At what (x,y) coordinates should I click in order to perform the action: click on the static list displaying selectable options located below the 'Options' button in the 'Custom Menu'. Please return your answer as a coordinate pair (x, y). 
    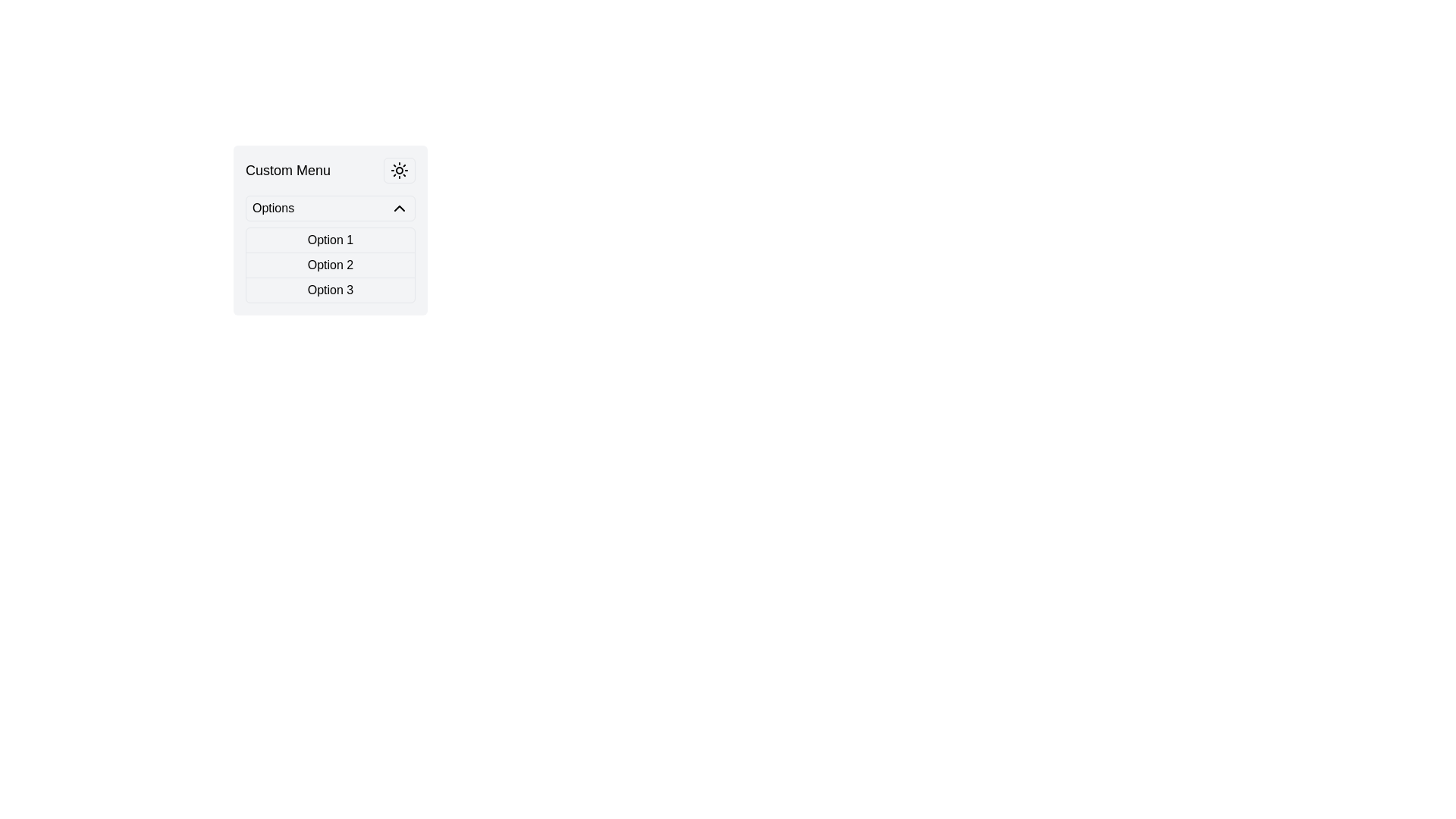
    Looking at the image, I should click on (330, 265).